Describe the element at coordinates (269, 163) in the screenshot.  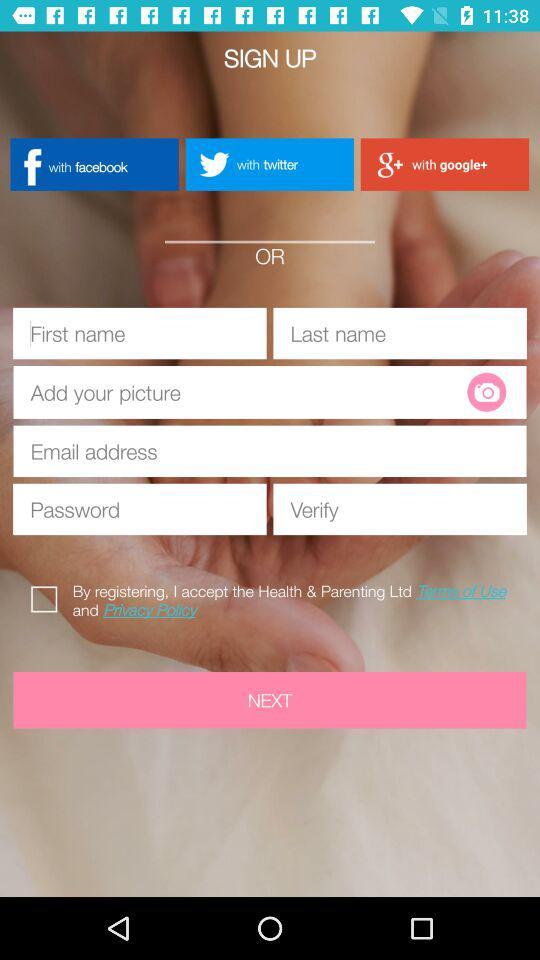
I see `the item to the left of with google+ button` at that location.